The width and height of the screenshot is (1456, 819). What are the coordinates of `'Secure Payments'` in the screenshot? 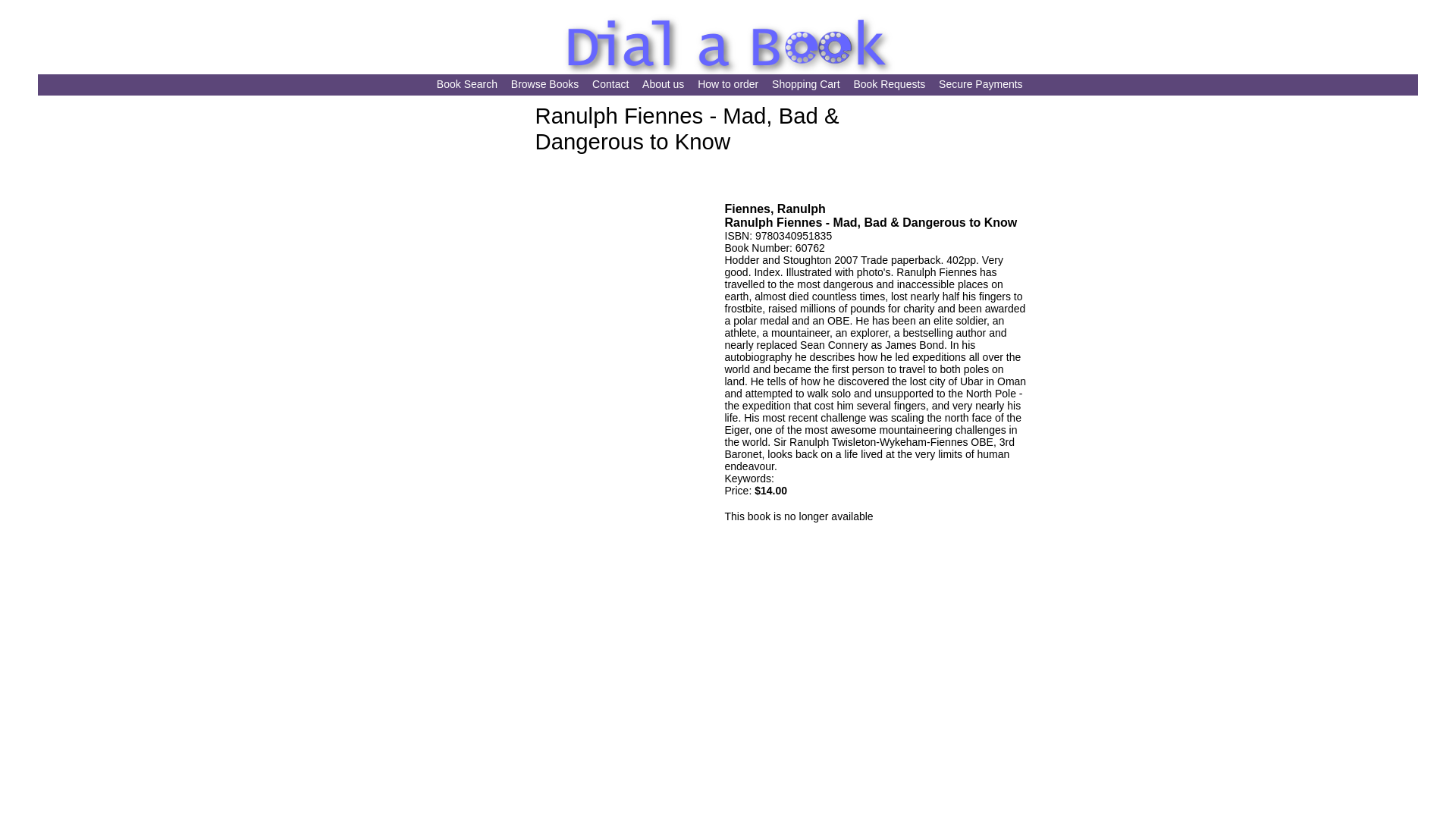 It's located at (981, 84).